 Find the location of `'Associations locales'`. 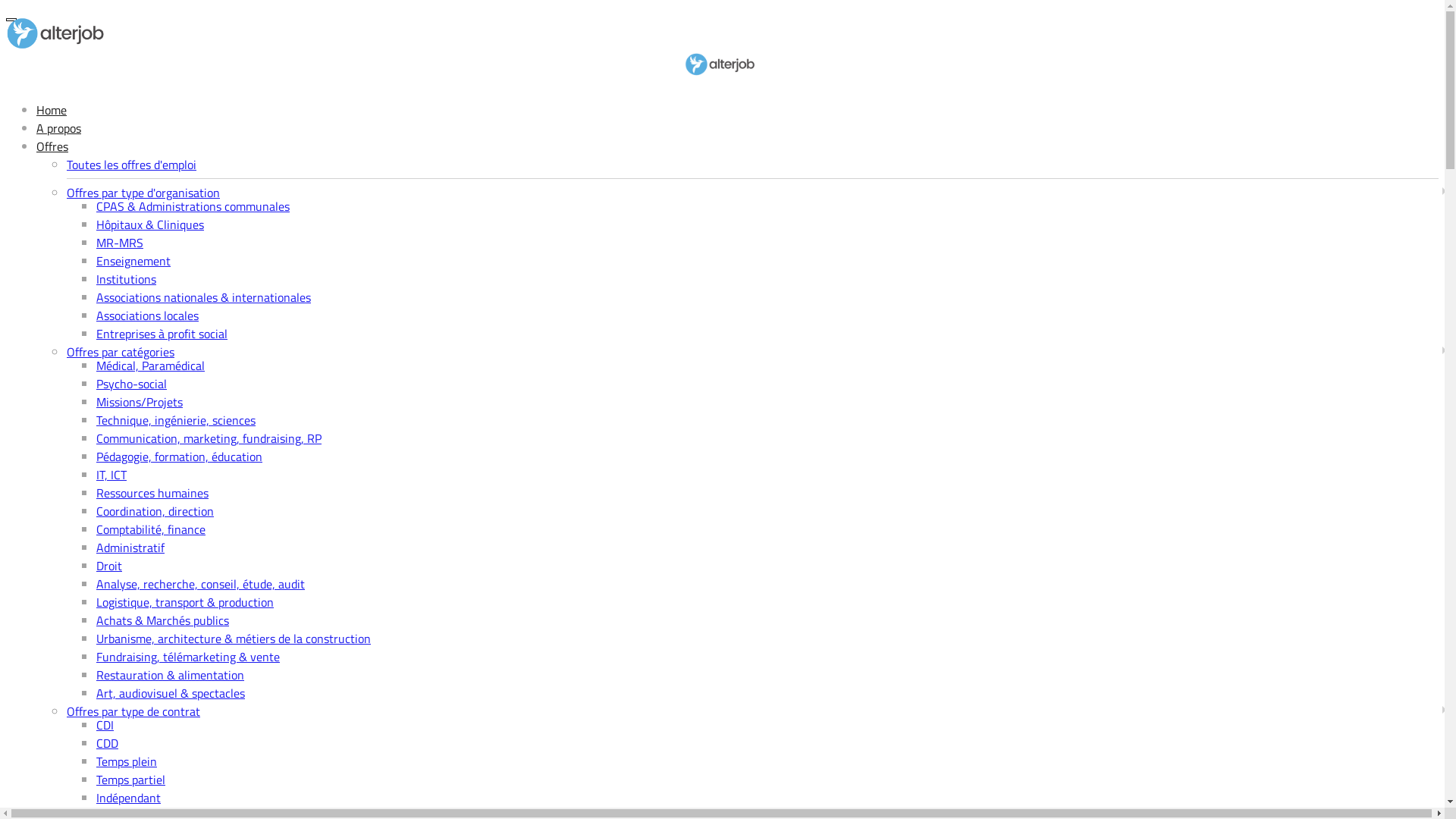

'Associations locales' is located at coordinates (147, 315).